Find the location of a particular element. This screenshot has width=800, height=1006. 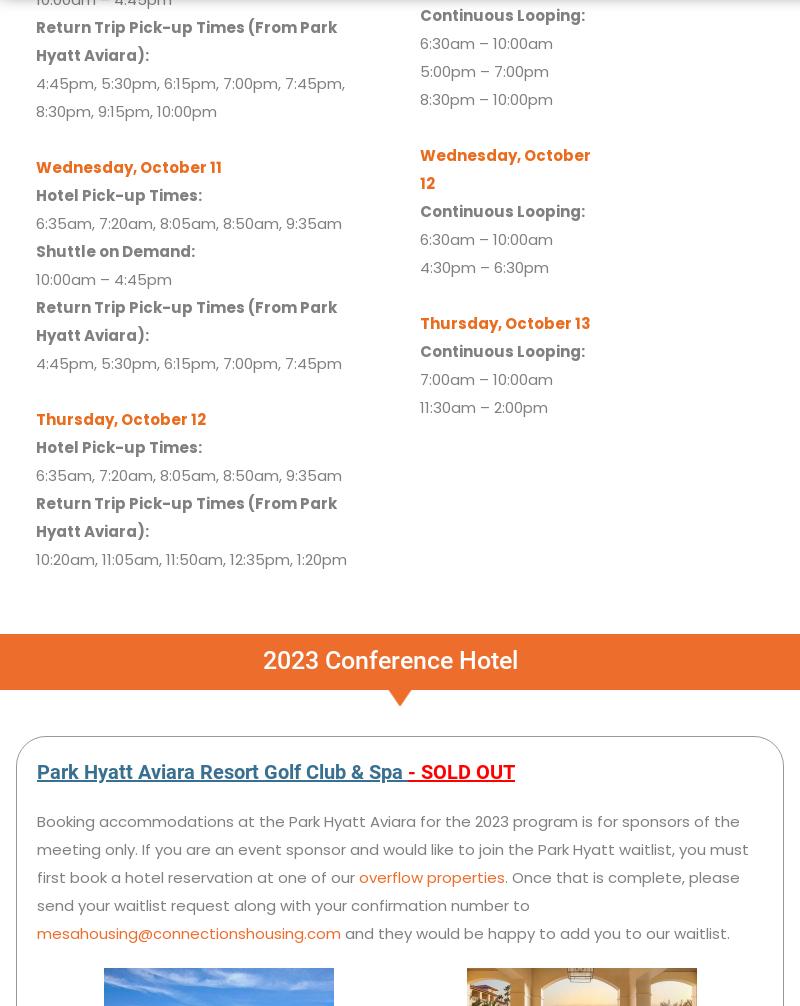

'11:30am – 2:00pm' is located at coordinates (484, 405).